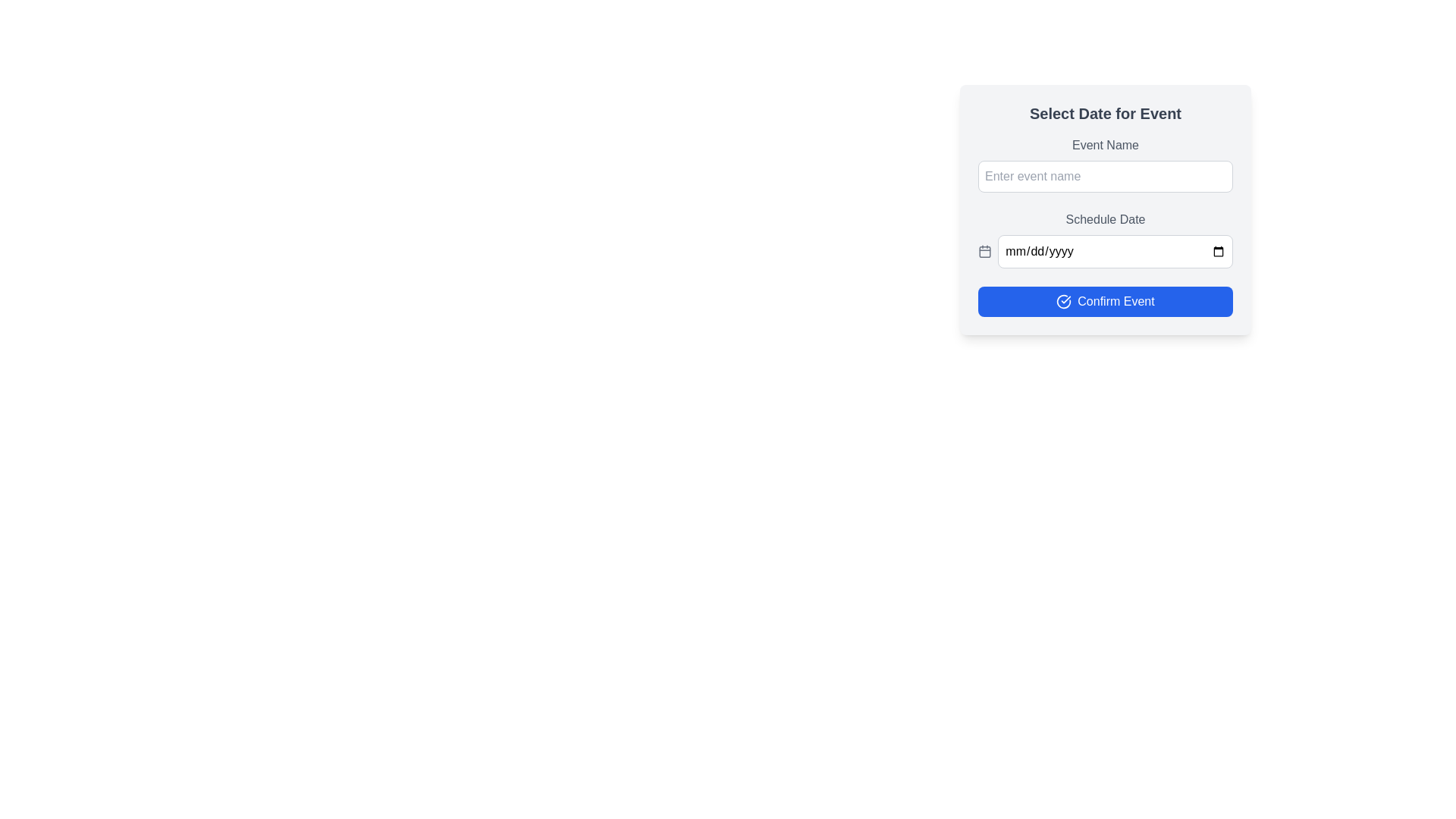 This screenshot has width=1456, height=819. I want to click on the decorative vector graphic that serves as a confirmation indicator, located slightly to the left of the text inside the 'Confirm Event' button, so click(1063, 301).